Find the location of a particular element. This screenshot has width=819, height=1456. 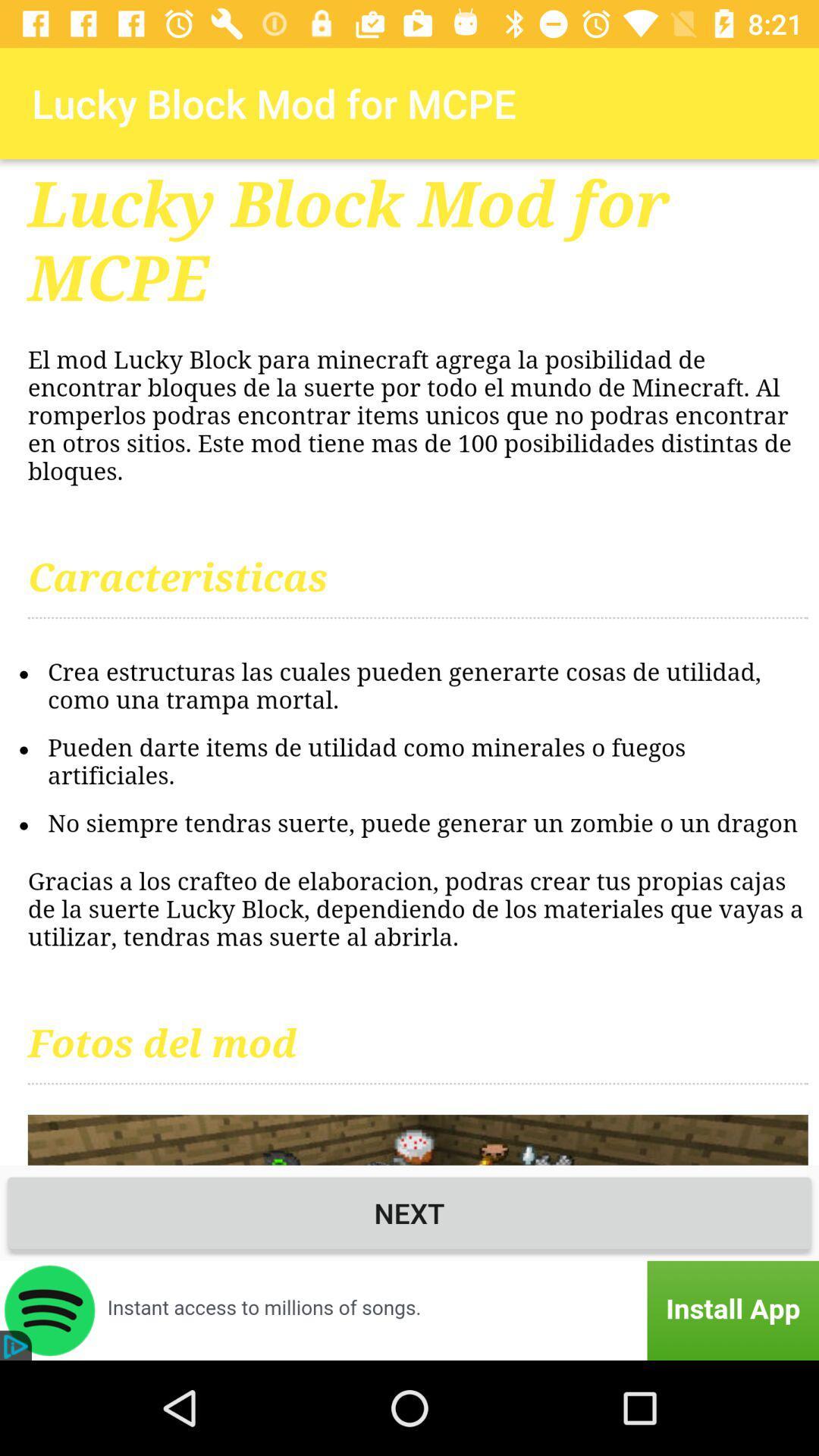

open advertisement is located at coordinates (409, 1310).